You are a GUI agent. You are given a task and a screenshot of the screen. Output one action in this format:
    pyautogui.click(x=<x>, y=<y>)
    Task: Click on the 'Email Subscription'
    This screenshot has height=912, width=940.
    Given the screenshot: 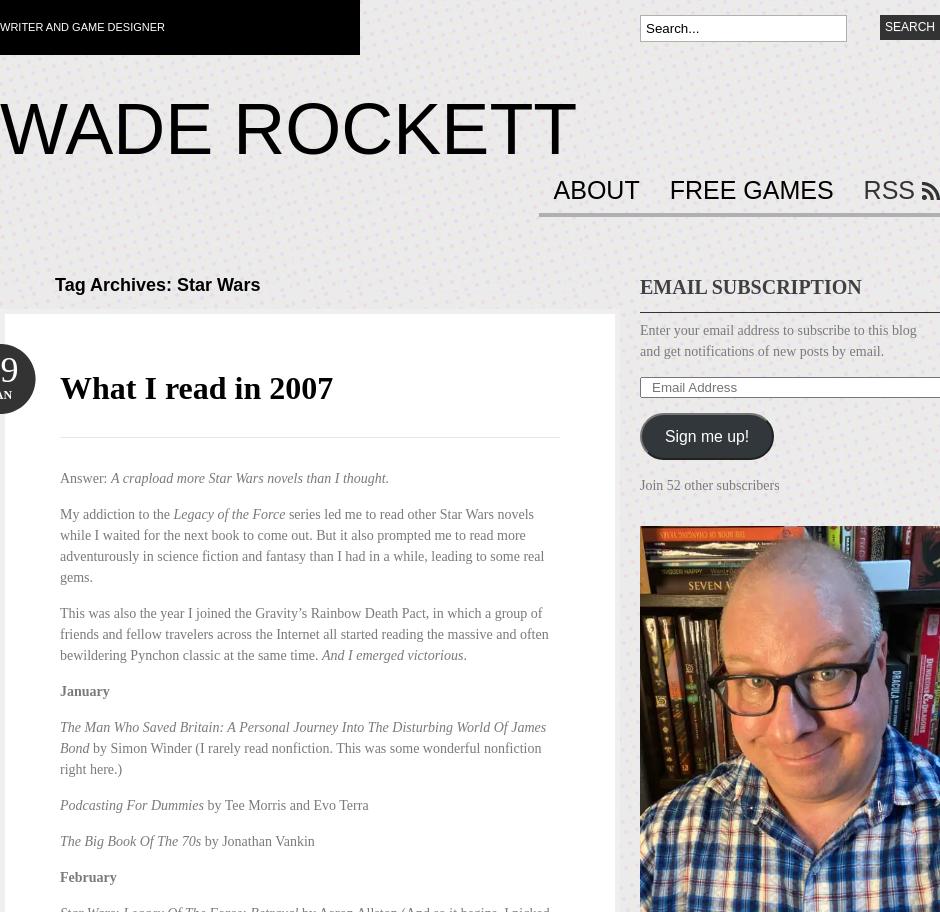 What is the action you would take?
    pyautogui.click(x=749, y=286)
    